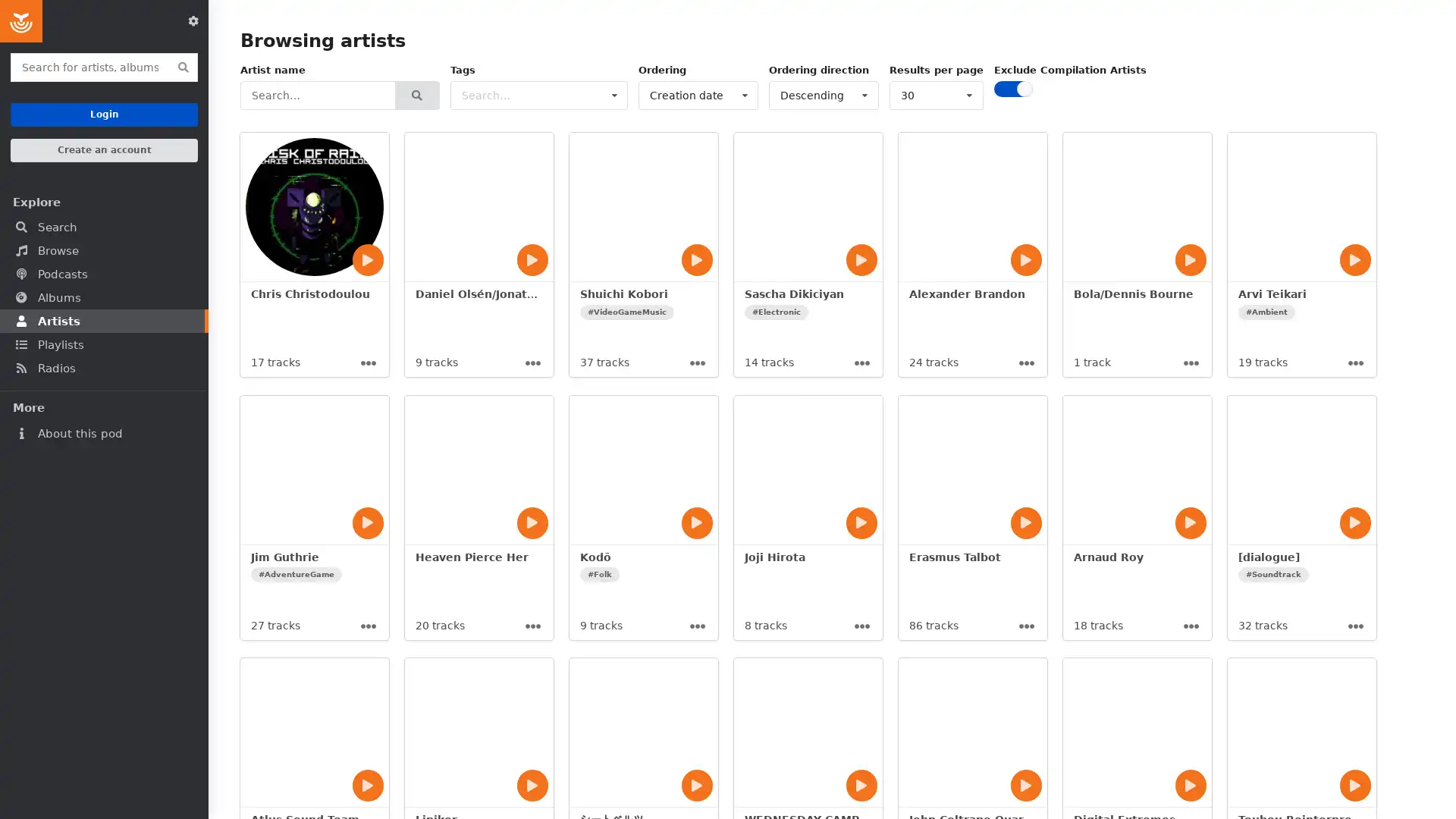 The width and height of the screenshot is (1456, 819). Describe the element at coordinates (1354, 785) in the screenshot. I see `Play artist` at that location.